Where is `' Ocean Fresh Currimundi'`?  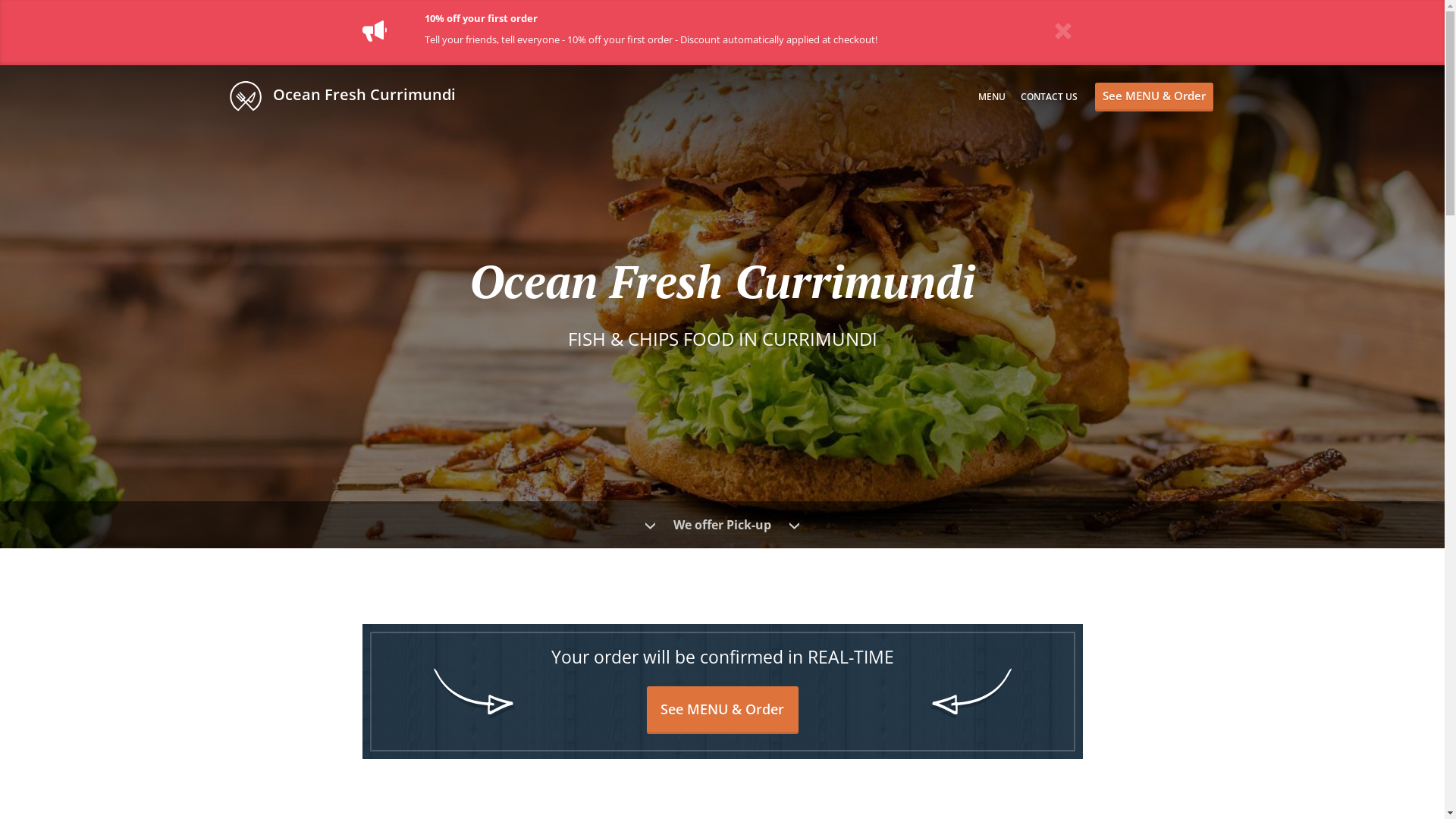 ' Ocean Fresh Currimundi' is located at coordinates (348, 96).